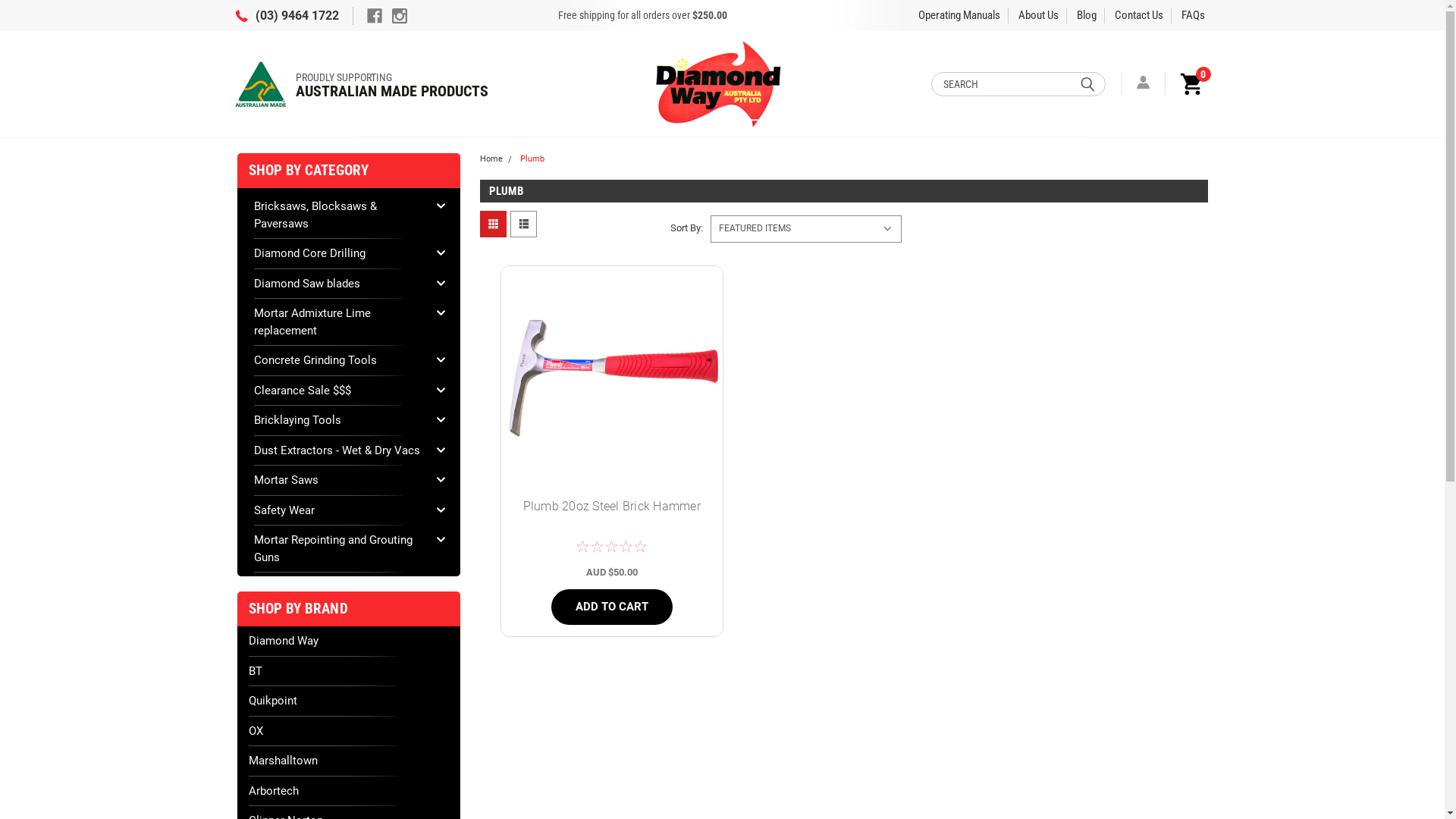 This screenshot has height=819, width=1456. I want to click on 'Blog', so click(1086, 14).